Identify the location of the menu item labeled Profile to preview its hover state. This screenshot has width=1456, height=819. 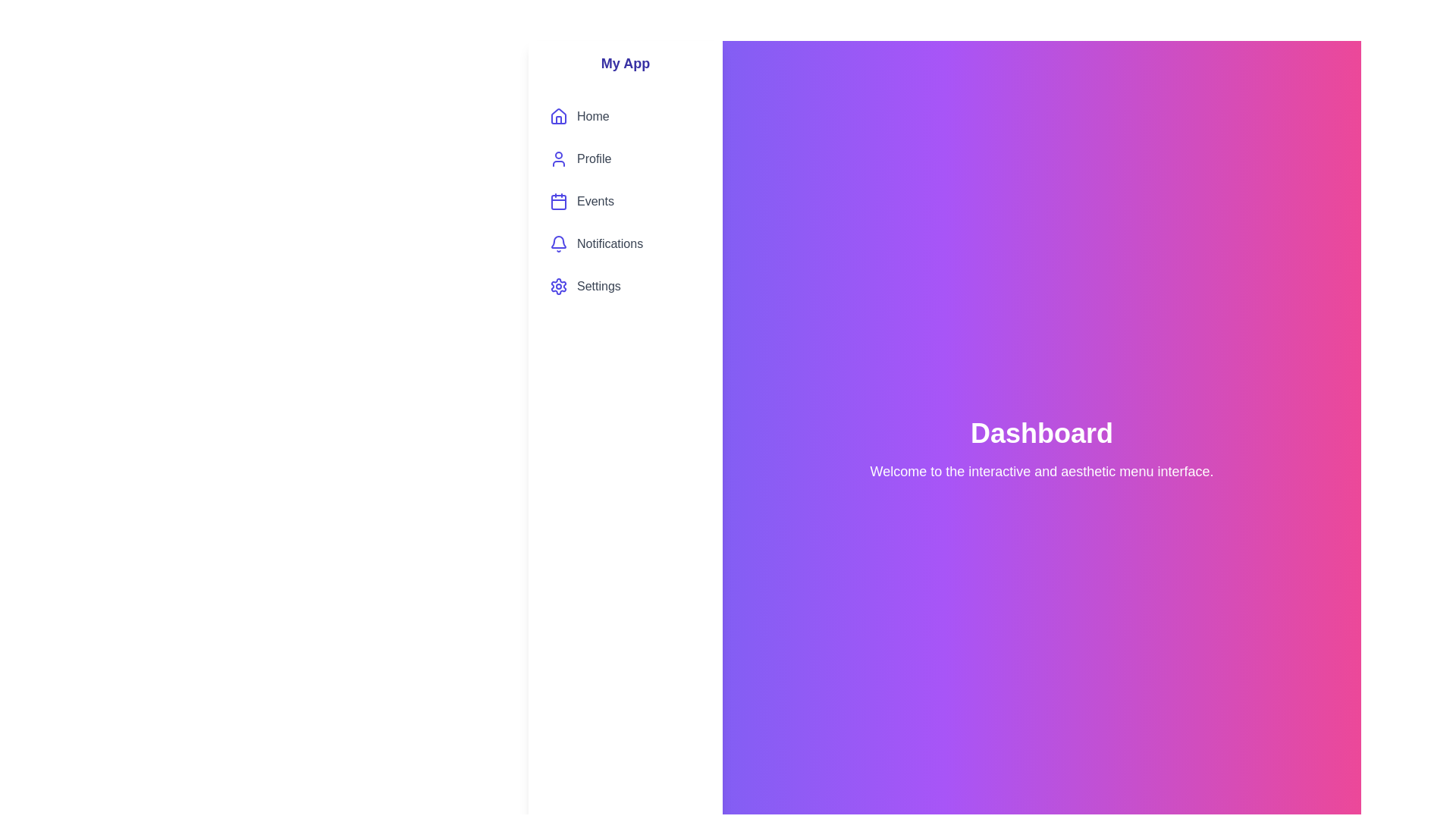
(626, 158).